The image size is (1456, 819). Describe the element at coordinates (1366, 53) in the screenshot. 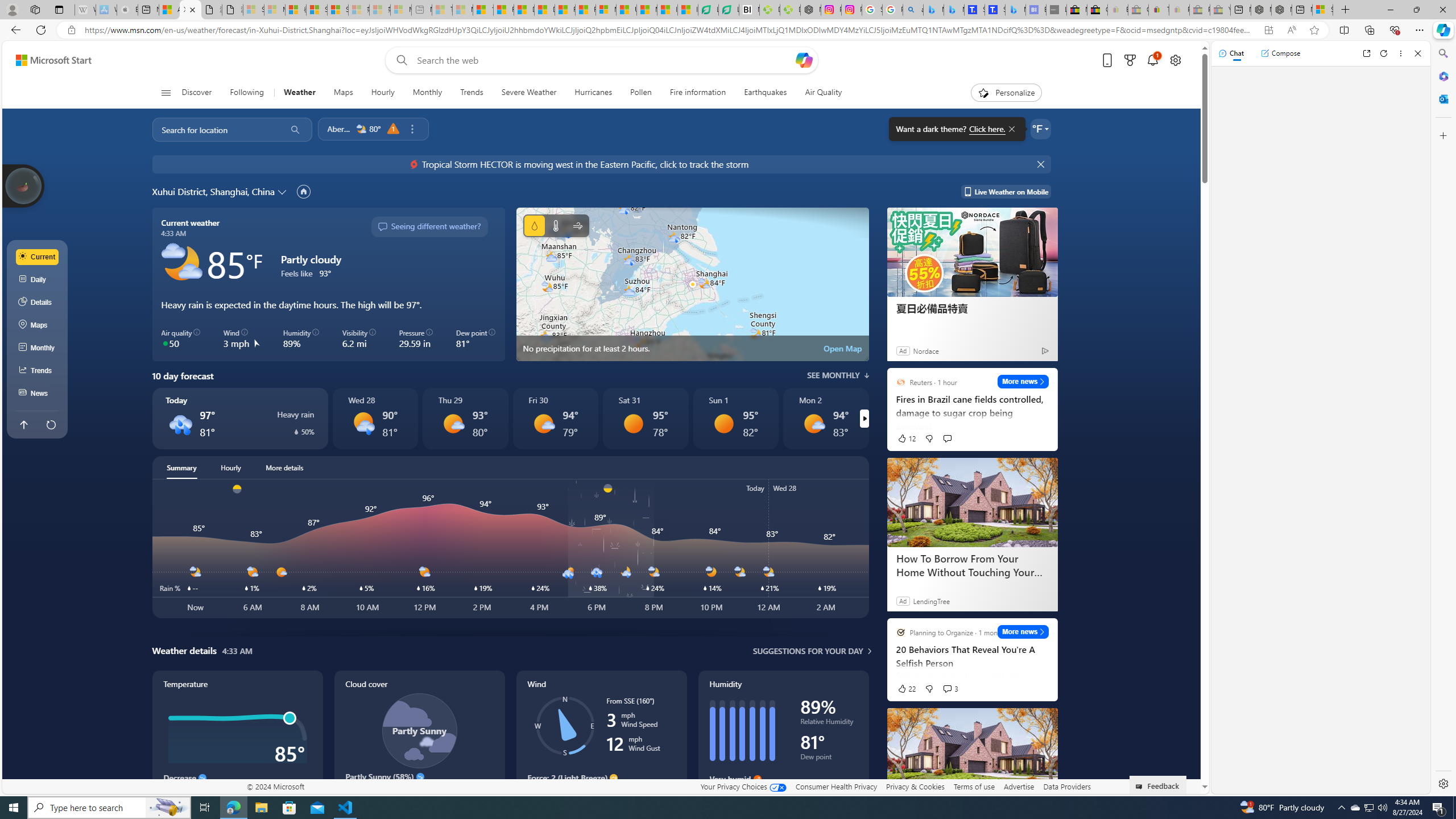

I see `'Open link in new tab'` at that location.